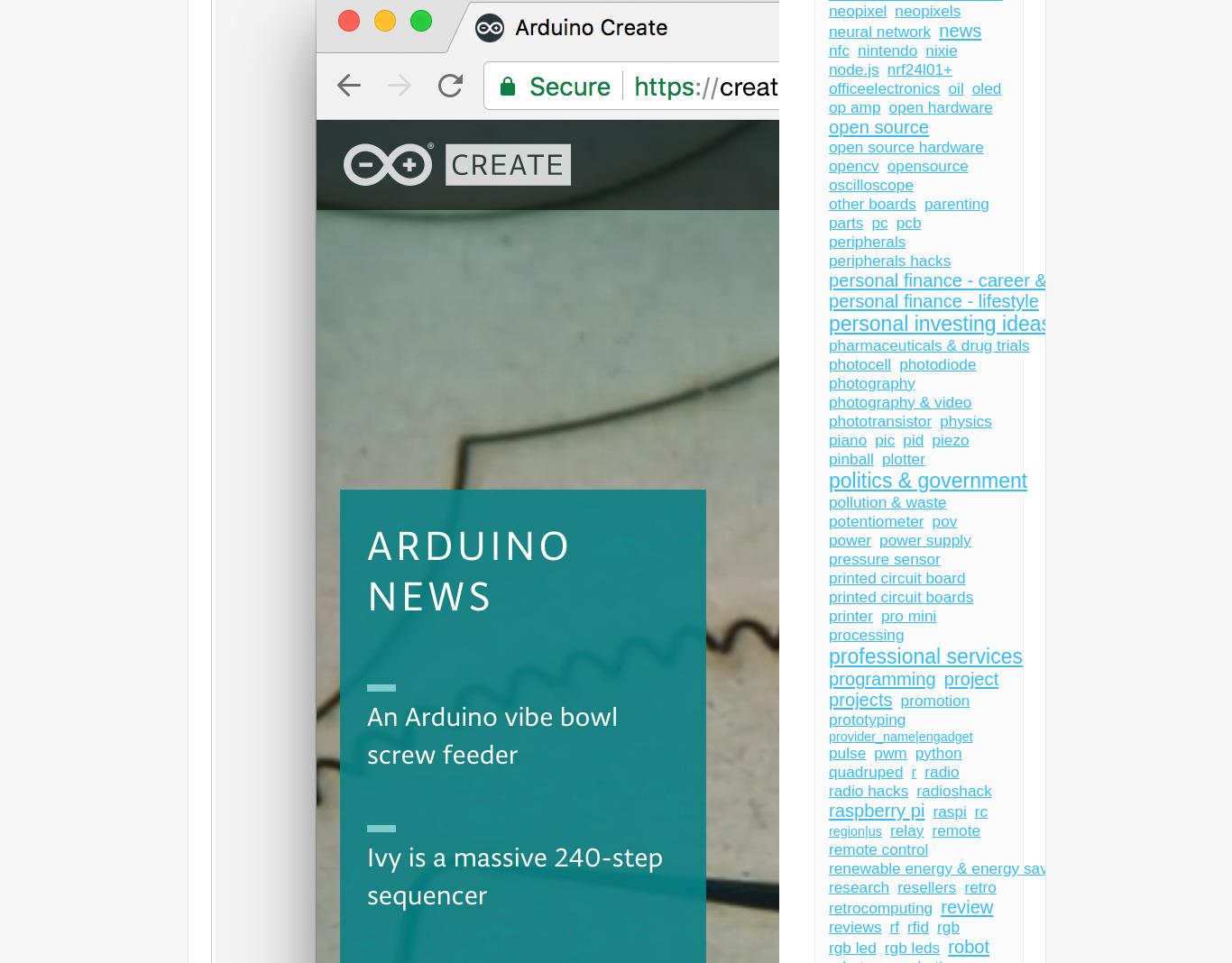  Describe the element at coordinates (867, 720) in the screenshot. I see `'prototyping'` at that location.